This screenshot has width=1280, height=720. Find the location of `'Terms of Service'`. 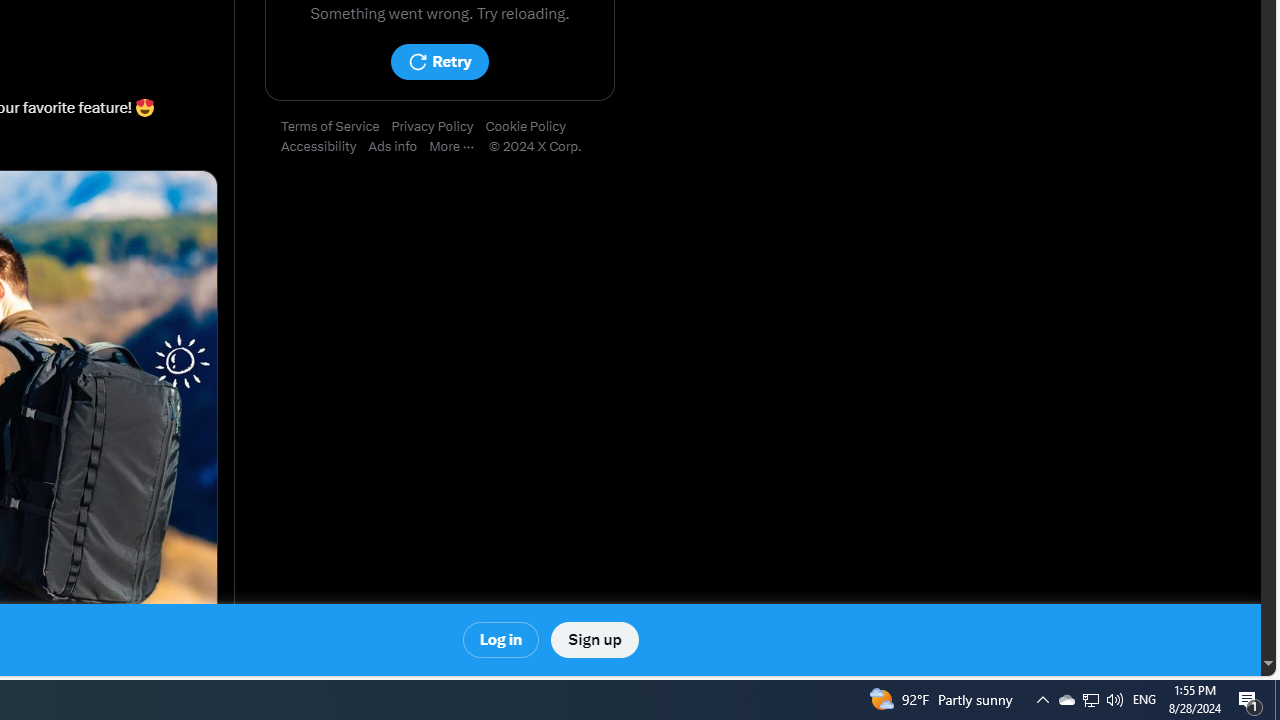

'Terms of Service' is located at coordinates (336, 127).